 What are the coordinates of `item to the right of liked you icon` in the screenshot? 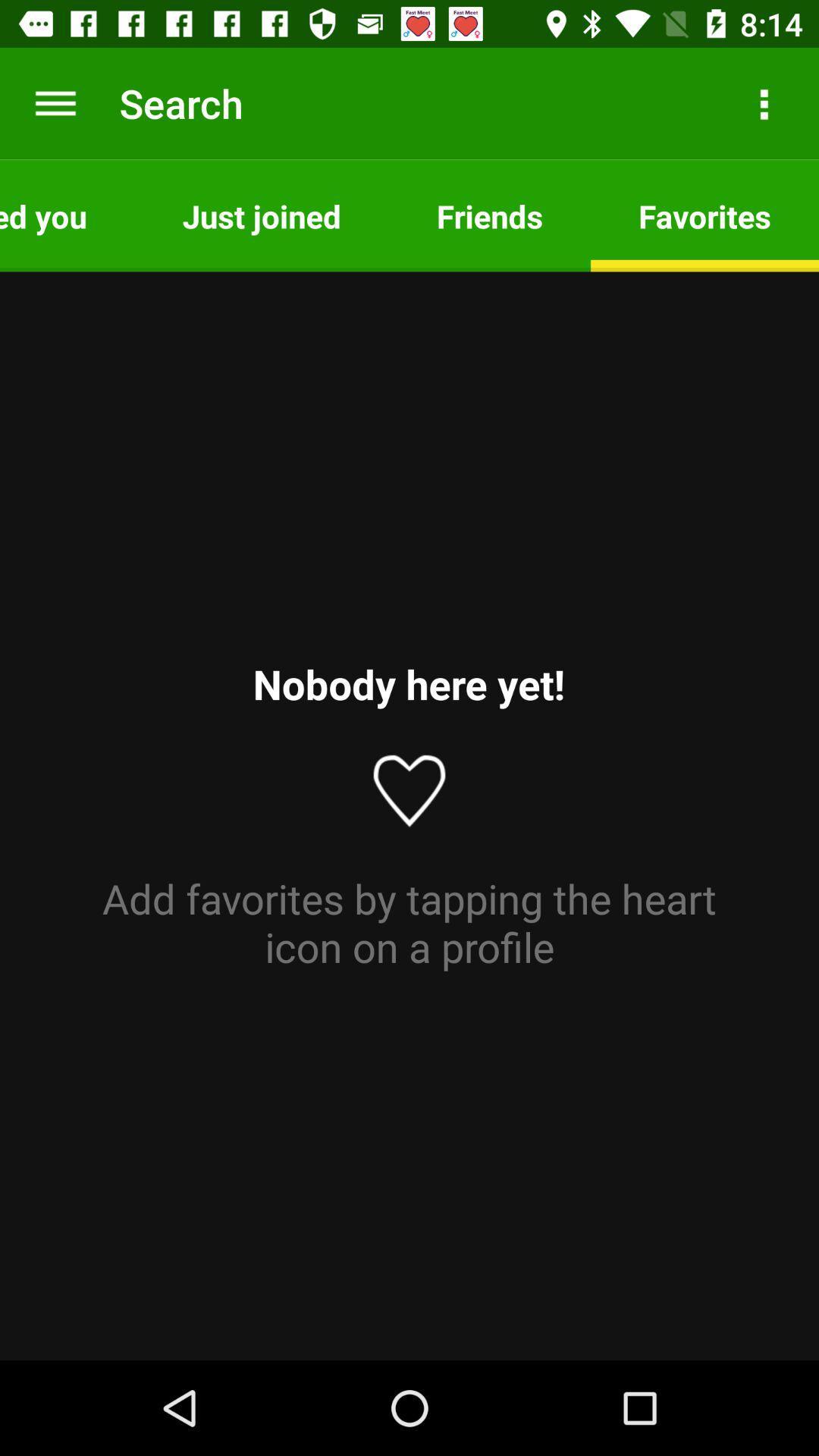 It's located at (261, 215).